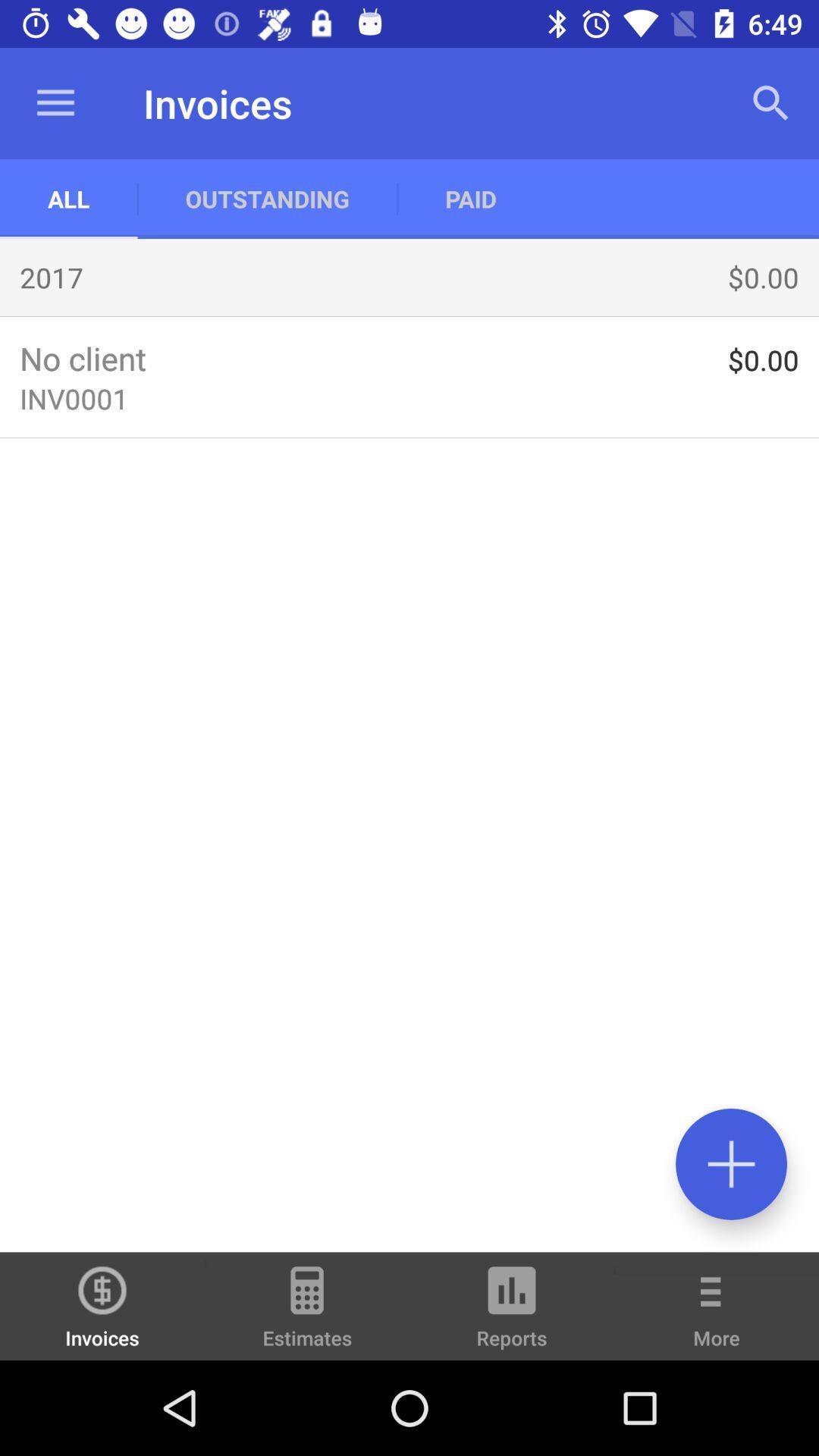 Image resolution: width=819 pixels, height=1456 pixels. Describe the element at coordinates (307, 1313) in the screenshot. I see `the estimates icon` at that location.